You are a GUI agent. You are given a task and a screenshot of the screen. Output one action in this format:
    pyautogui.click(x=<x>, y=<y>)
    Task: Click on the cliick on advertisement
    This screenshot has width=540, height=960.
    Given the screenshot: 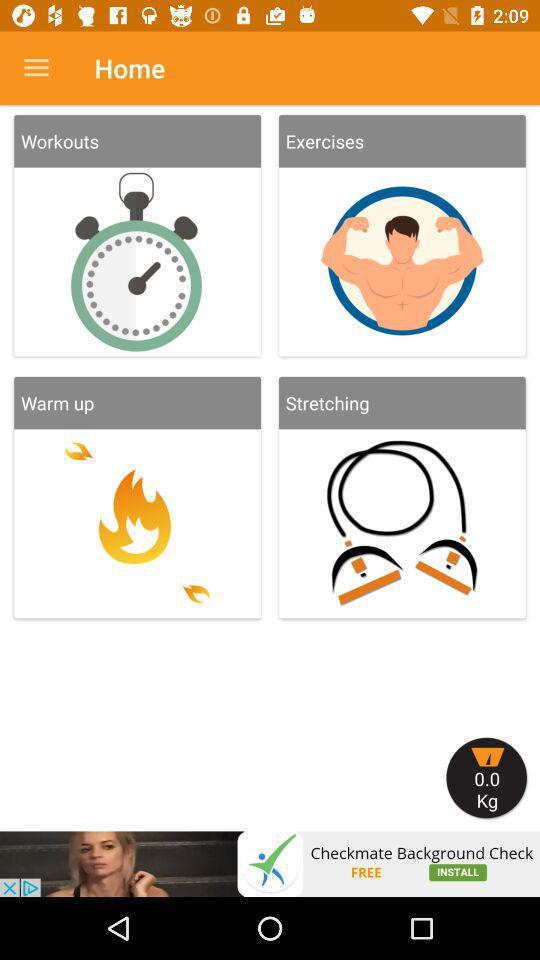 What is the action you would take?
    pyautogui.click(x=270, y=863)
    